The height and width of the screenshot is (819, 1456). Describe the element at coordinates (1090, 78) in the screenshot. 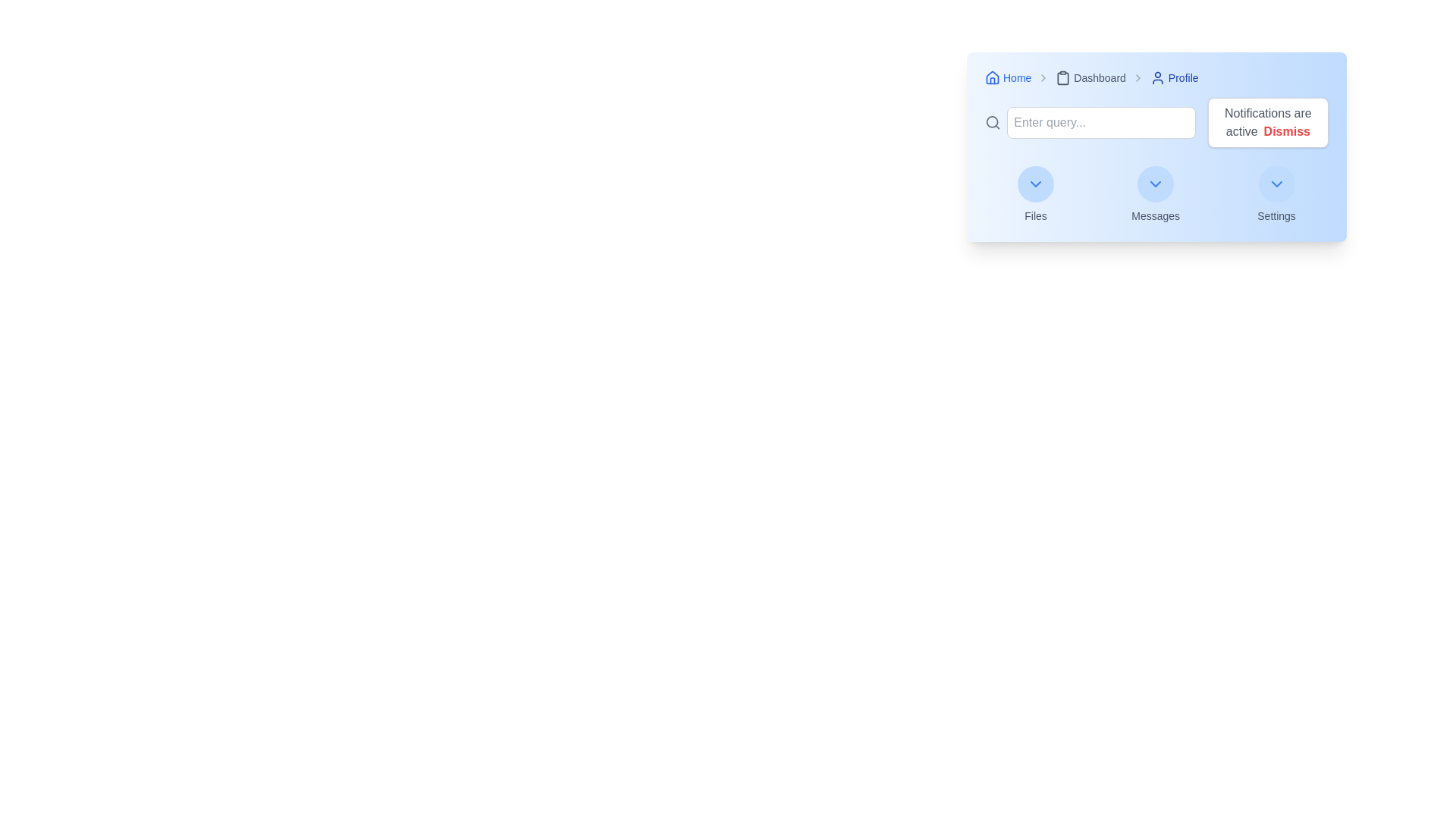

I see `the 'Dashboard' hyperlink in the breadcrumb navigation bar` at that location.